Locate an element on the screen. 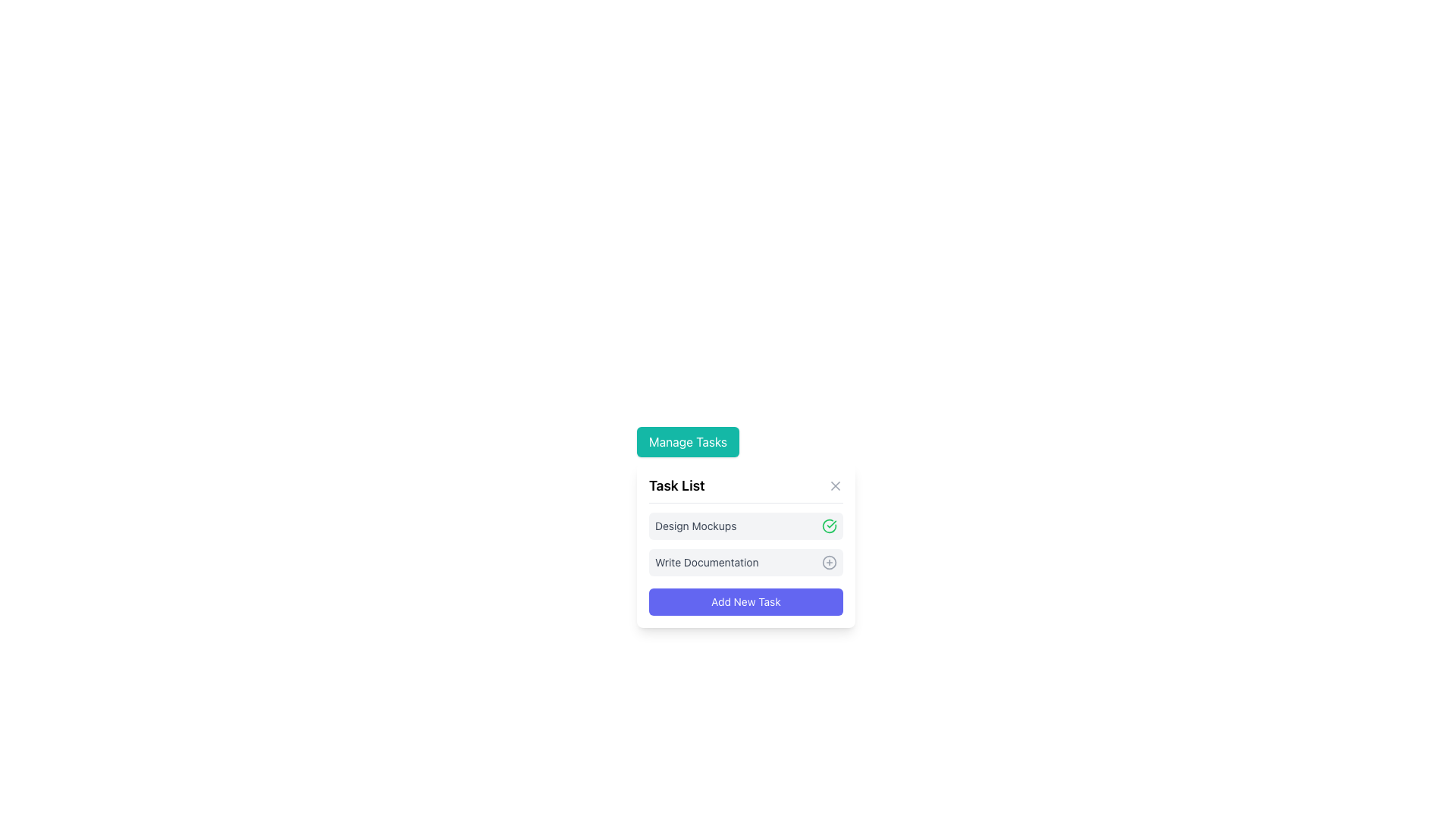  the icon indicating a completed task related to the 'Design Mockups' label, which is positioned to the right of the 'Design Mockups' text is located at coordinates (829, 526).